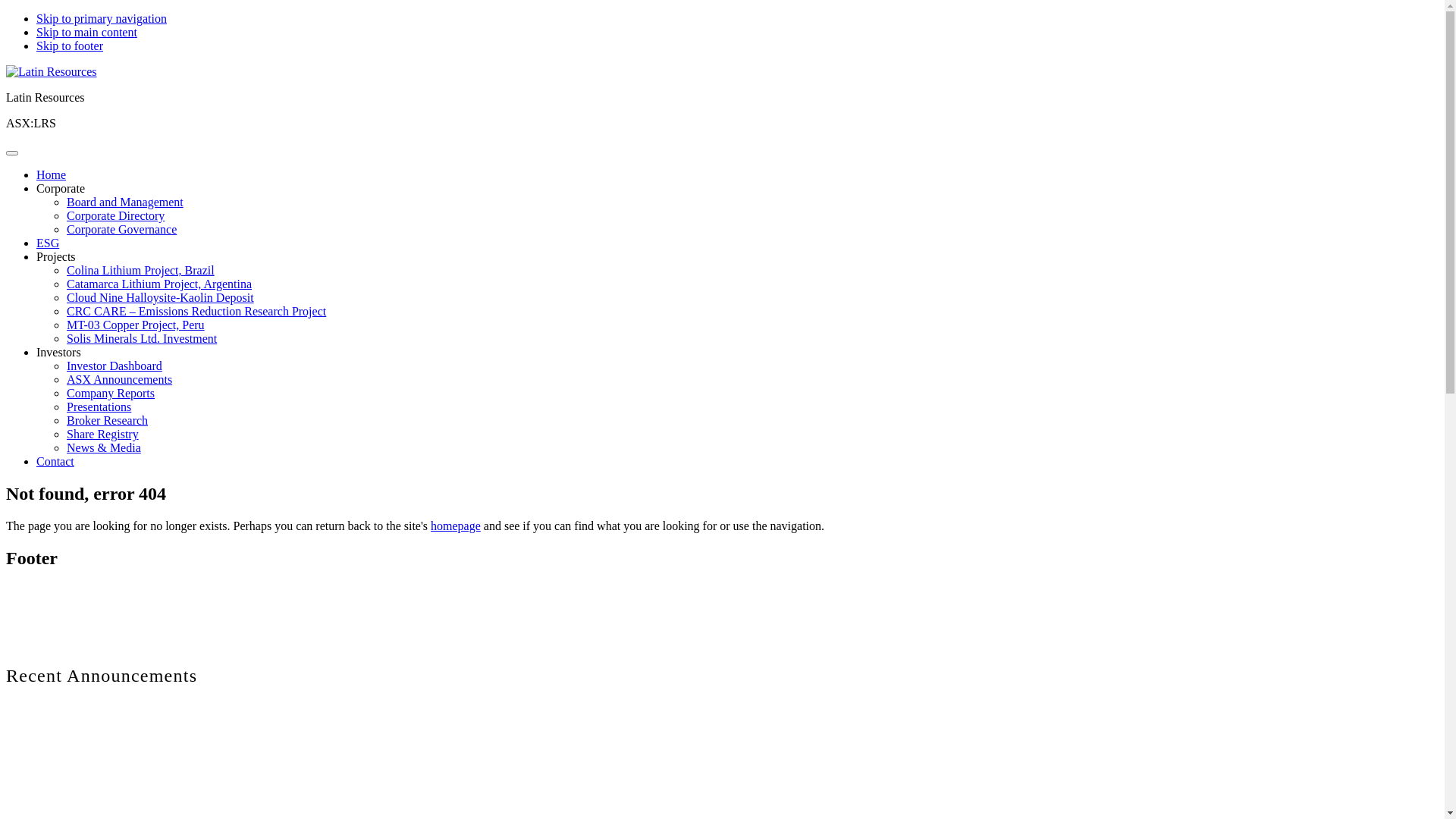 The image size is (1456, 819). What do you see at coordinates (55, 256) in the screenshot?
I see `'Projects'` at bounding box center [55, 256].